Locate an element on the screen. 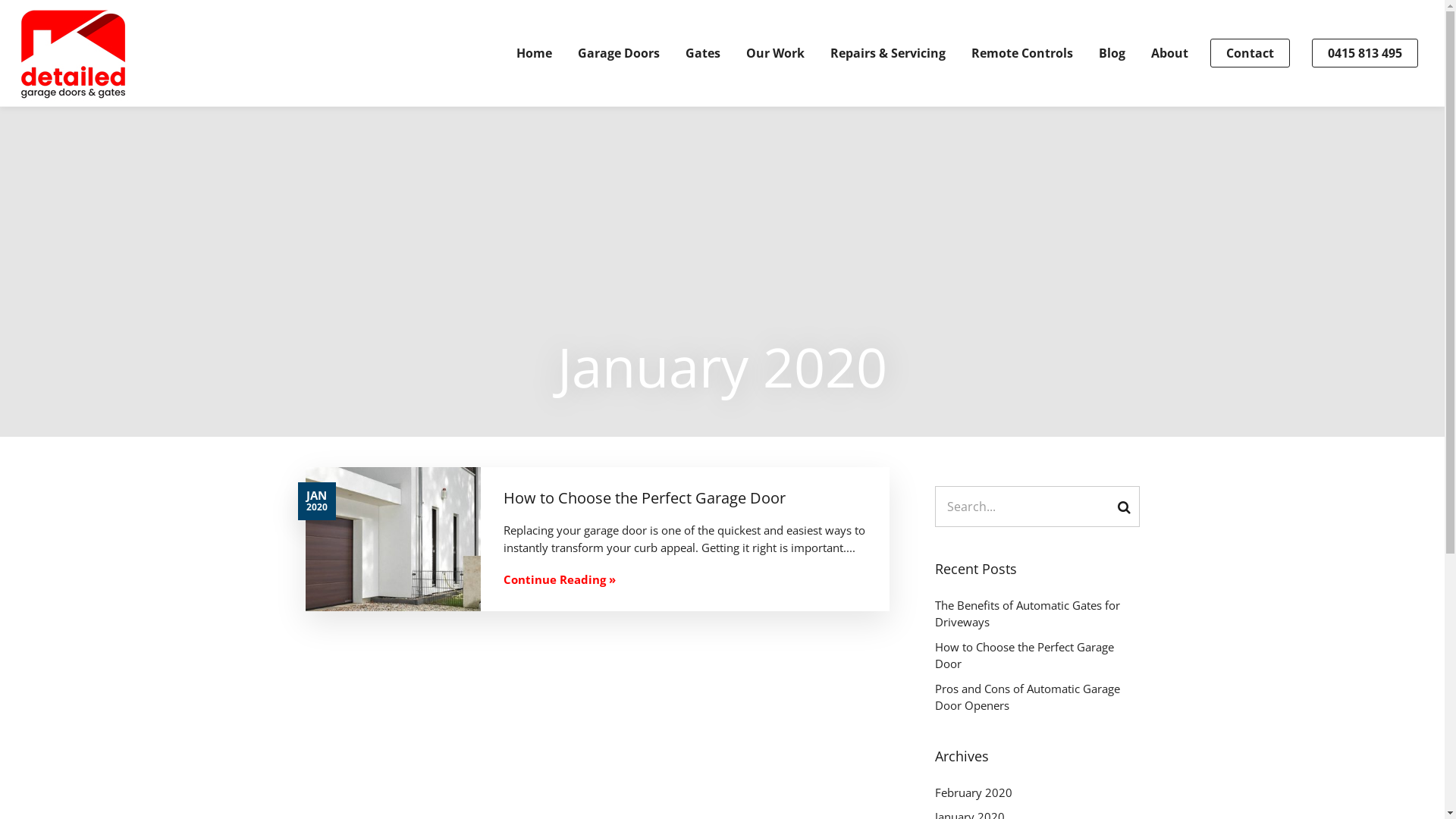  'Blog' is located at coordinates (1112, 52).